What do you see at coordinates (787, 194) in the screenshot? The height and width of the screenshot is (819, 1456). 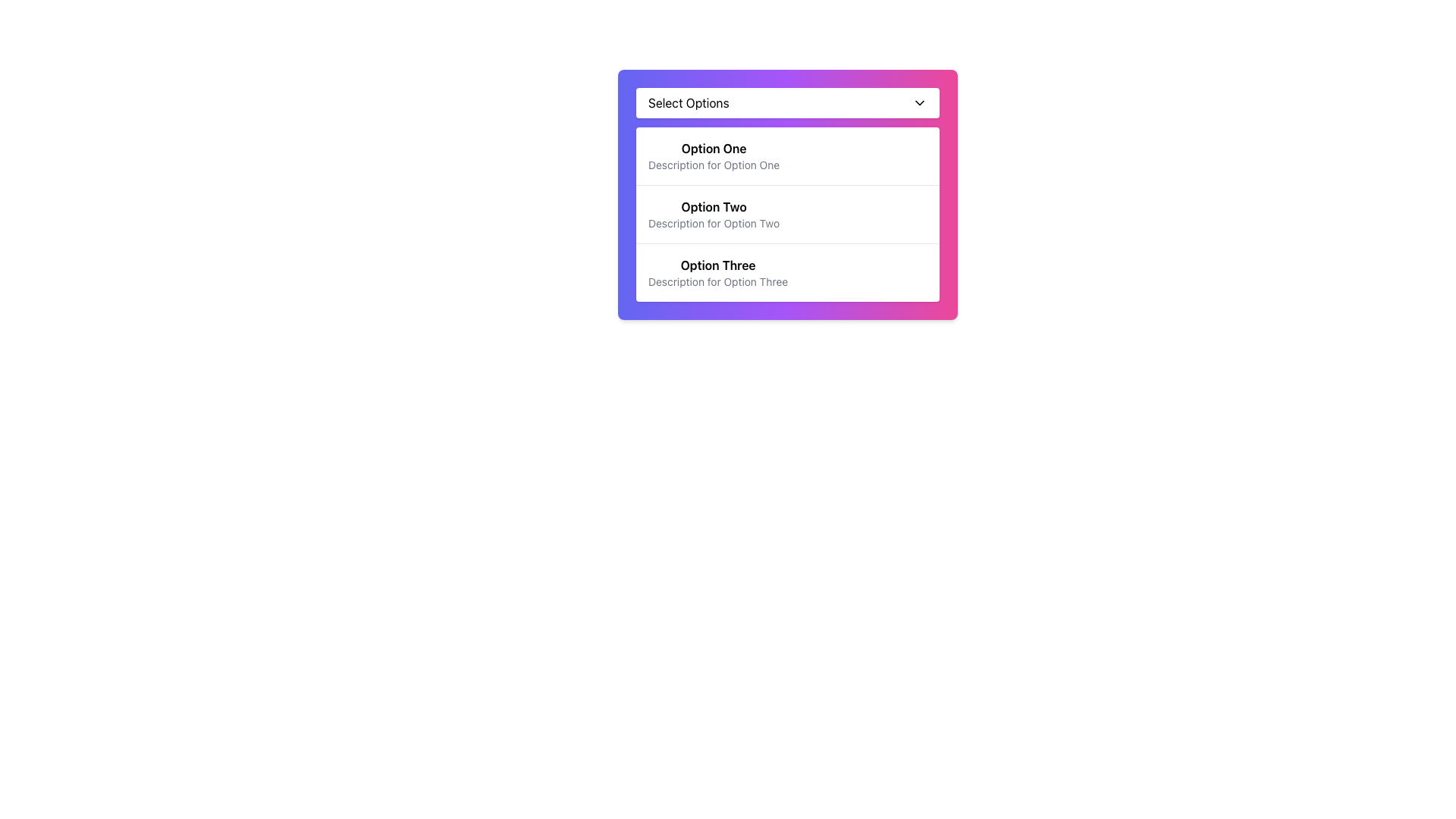 I see `'Option Two' in the dropdown menu` at bounding box center [787, 194].